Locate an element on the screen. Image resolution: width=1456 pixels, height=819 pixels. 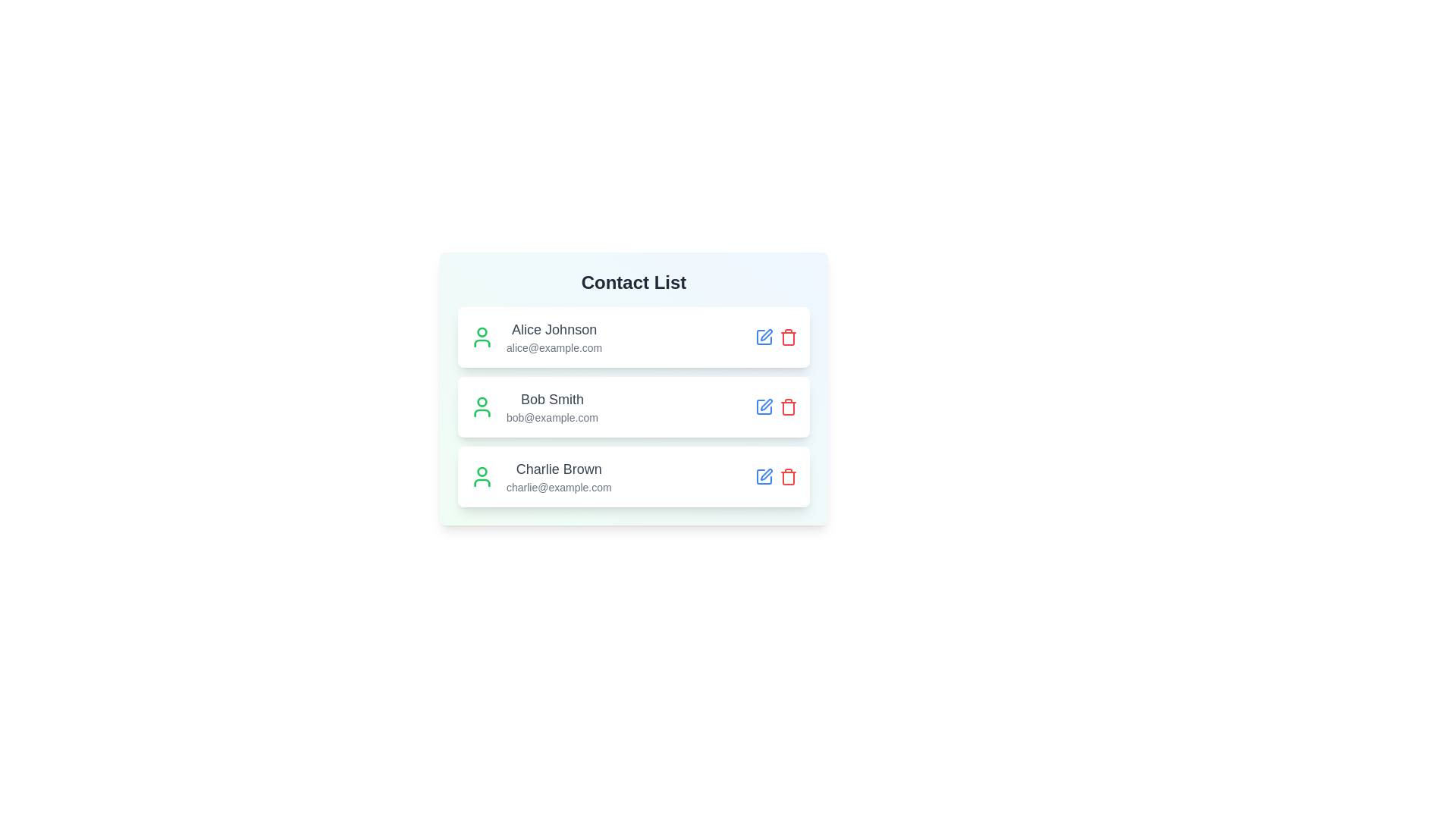
edit button for the contact Alice Johnson is located at coordinates (764, 336).